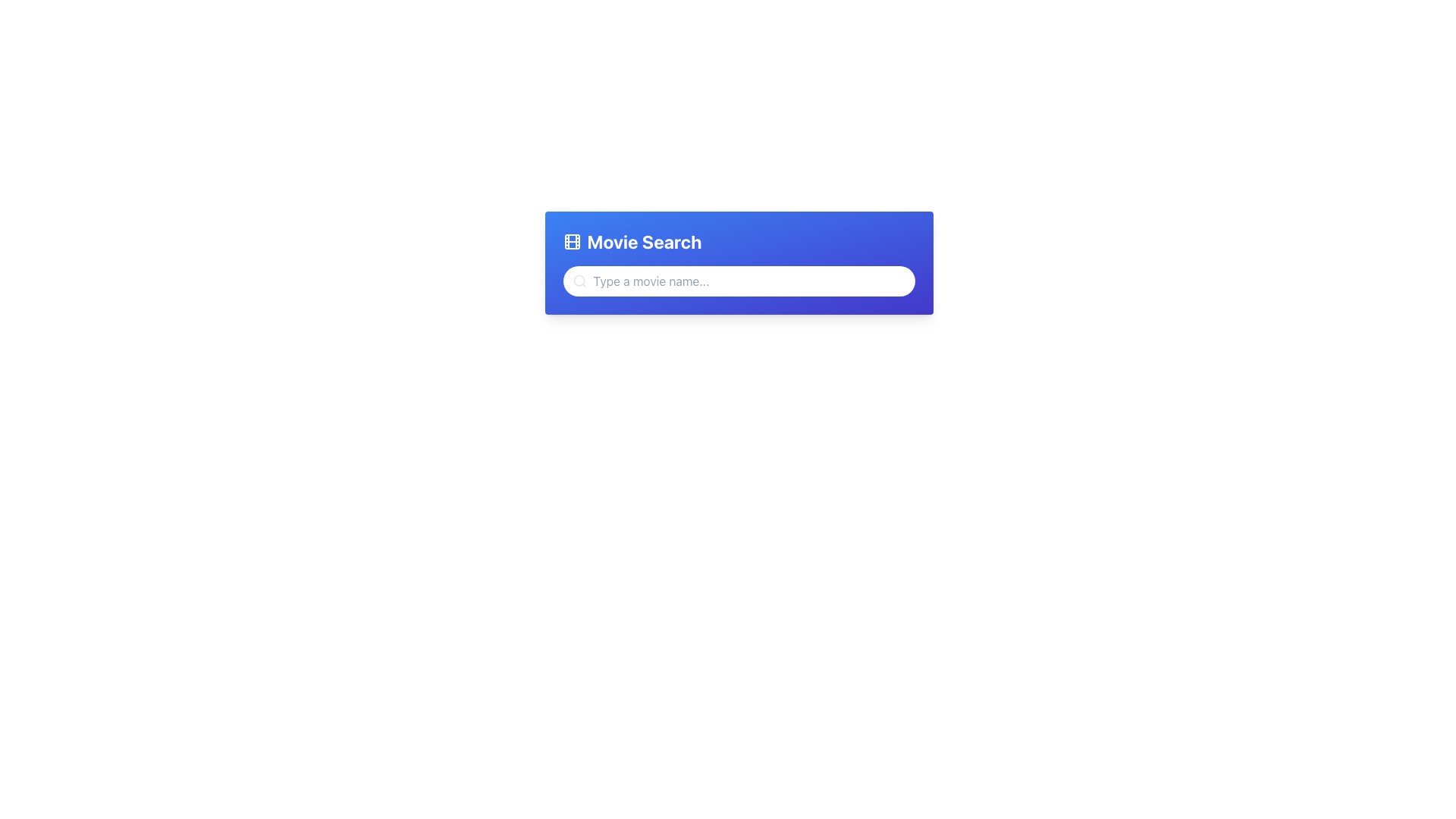  I want to click on the decorative rectangle within the film roll icon located at the top-left corner of the blue search interface, adjacent to the 'Movie Search' text, so click(571, 241).